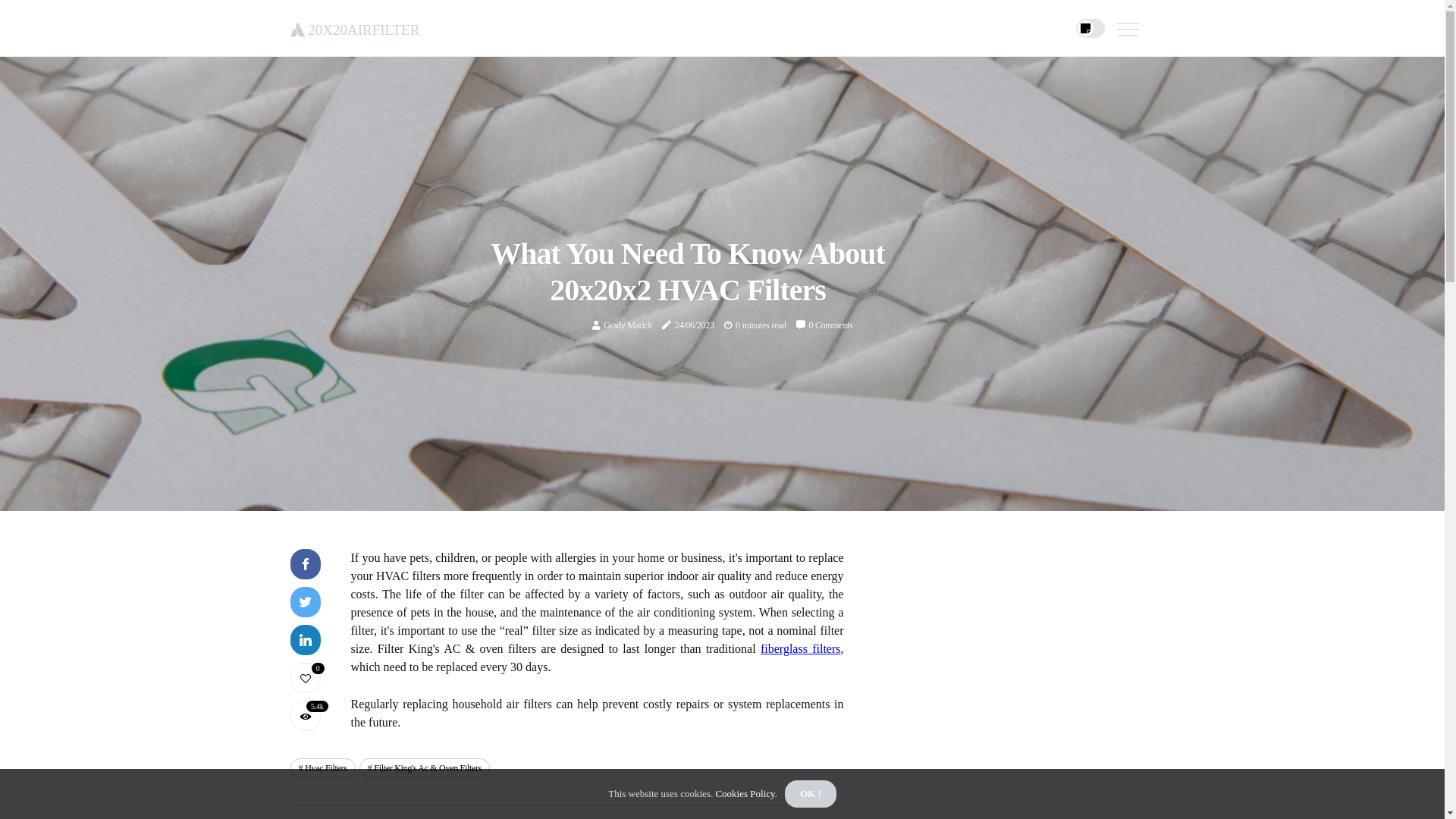  I want to click on 'Filter King'S Ac & Oven Filters', so click(425, 768).